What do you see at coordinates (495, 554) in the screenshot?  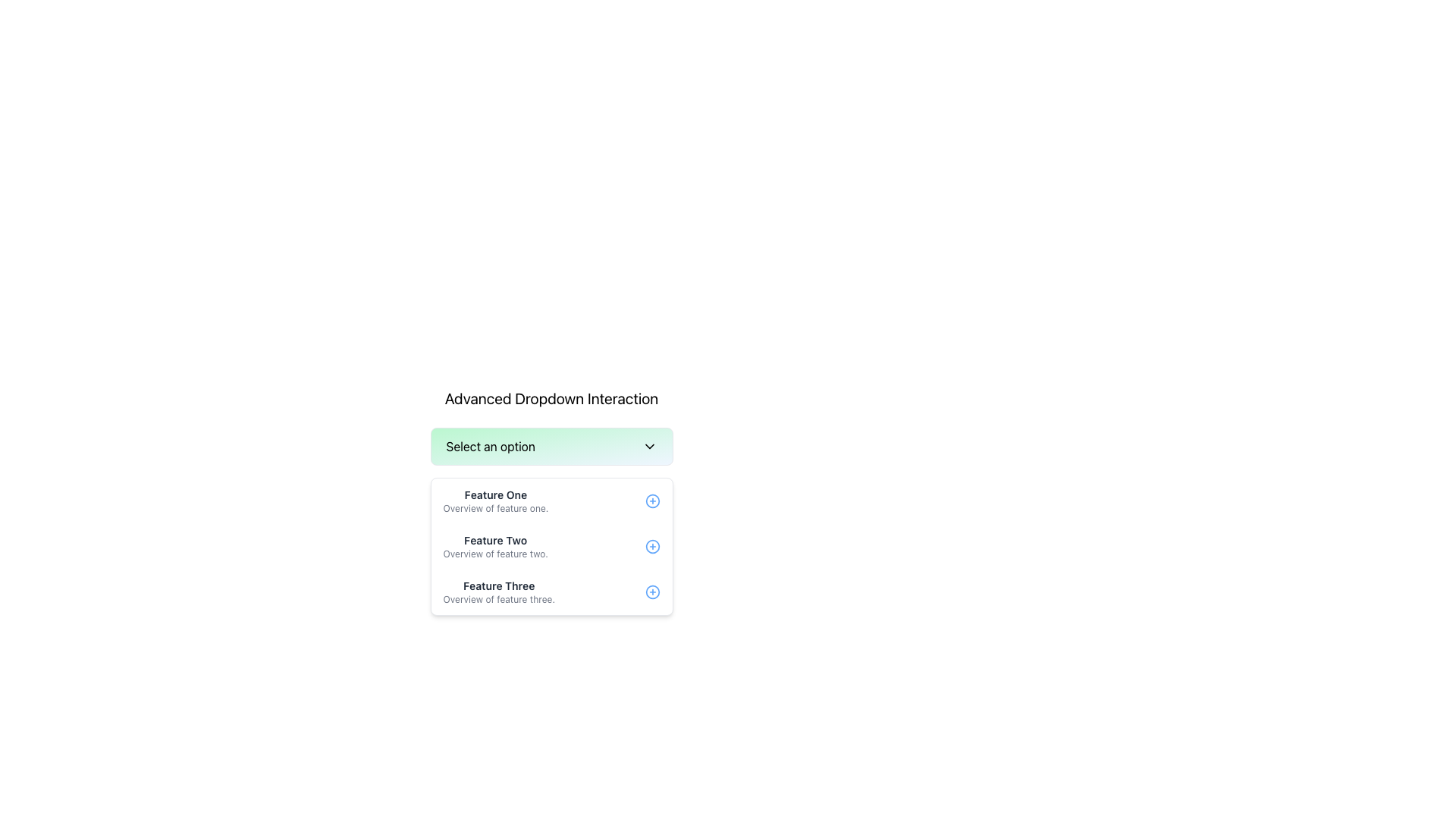 I see `the text label that provides a brief description of the feature located directly below the 'Feature Two' header in the dropdown menu` at bounding box center [495, 554].